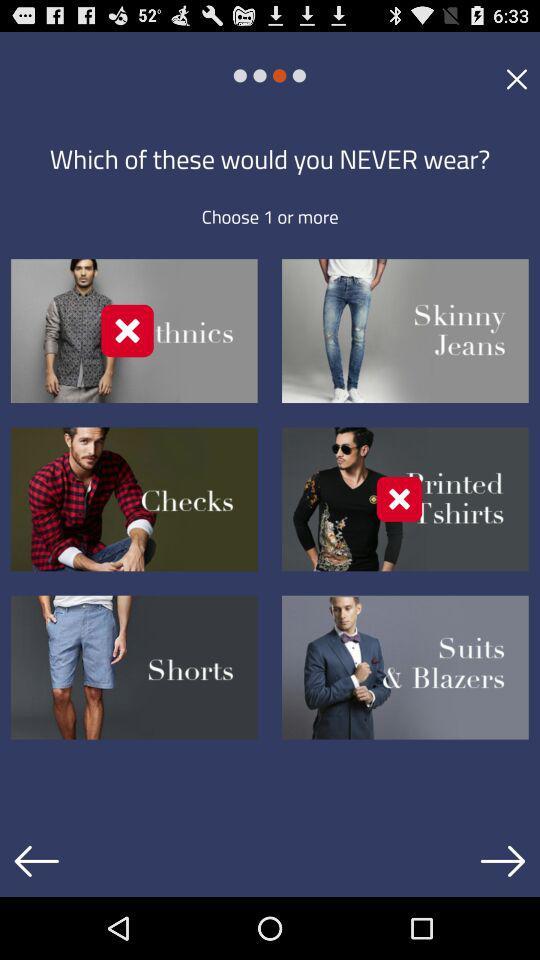  Describe the element at coordinates (516, 78) in the screenshot. I see `icon at the top right corner` at that location.